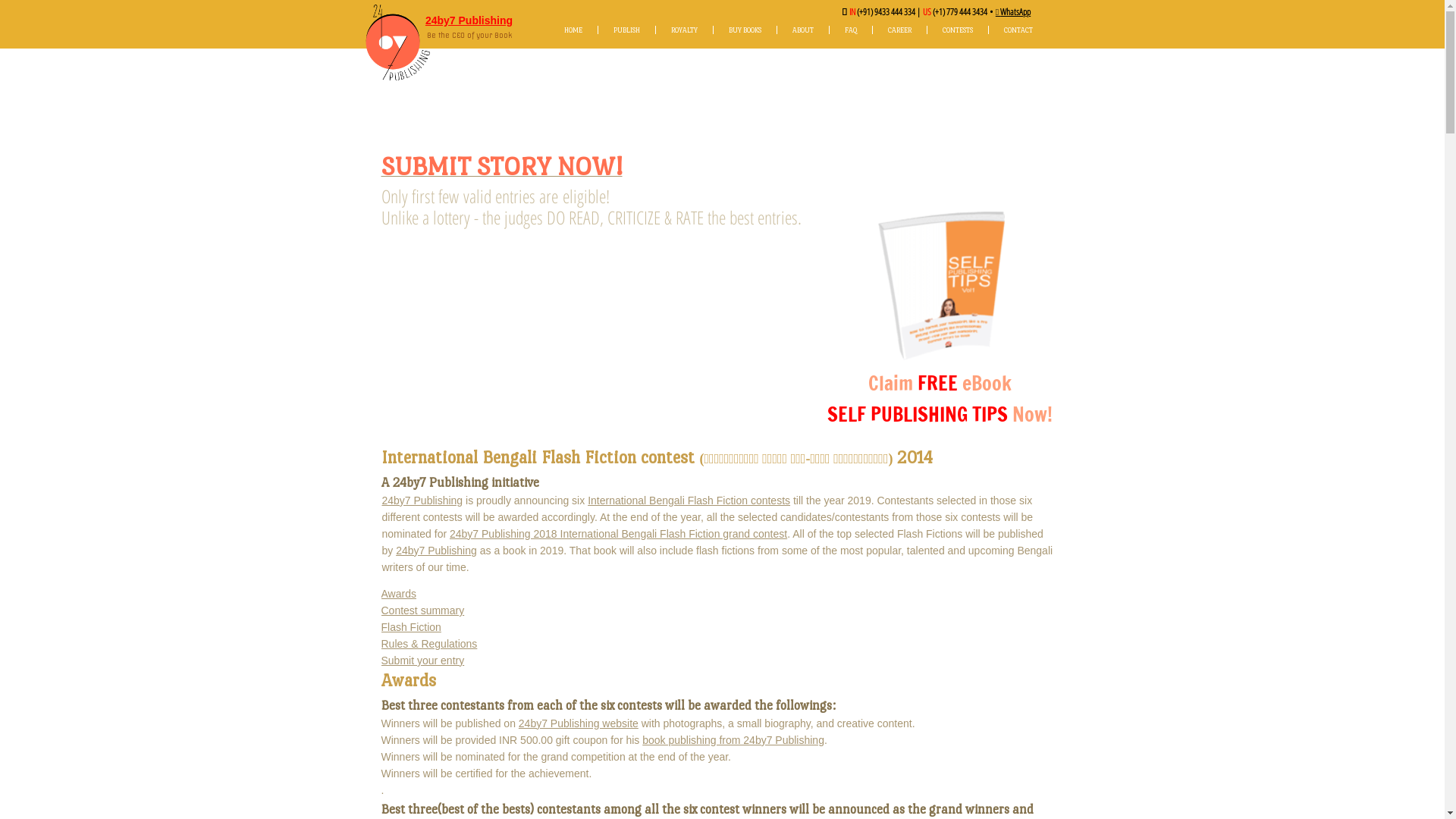 This screenshot has width=1456, height=819. What do you see at coordinates (688, 500) in the screenshot?
I see `'International Bengali Flash Fiction contests'` at bounding box center [688, 500].